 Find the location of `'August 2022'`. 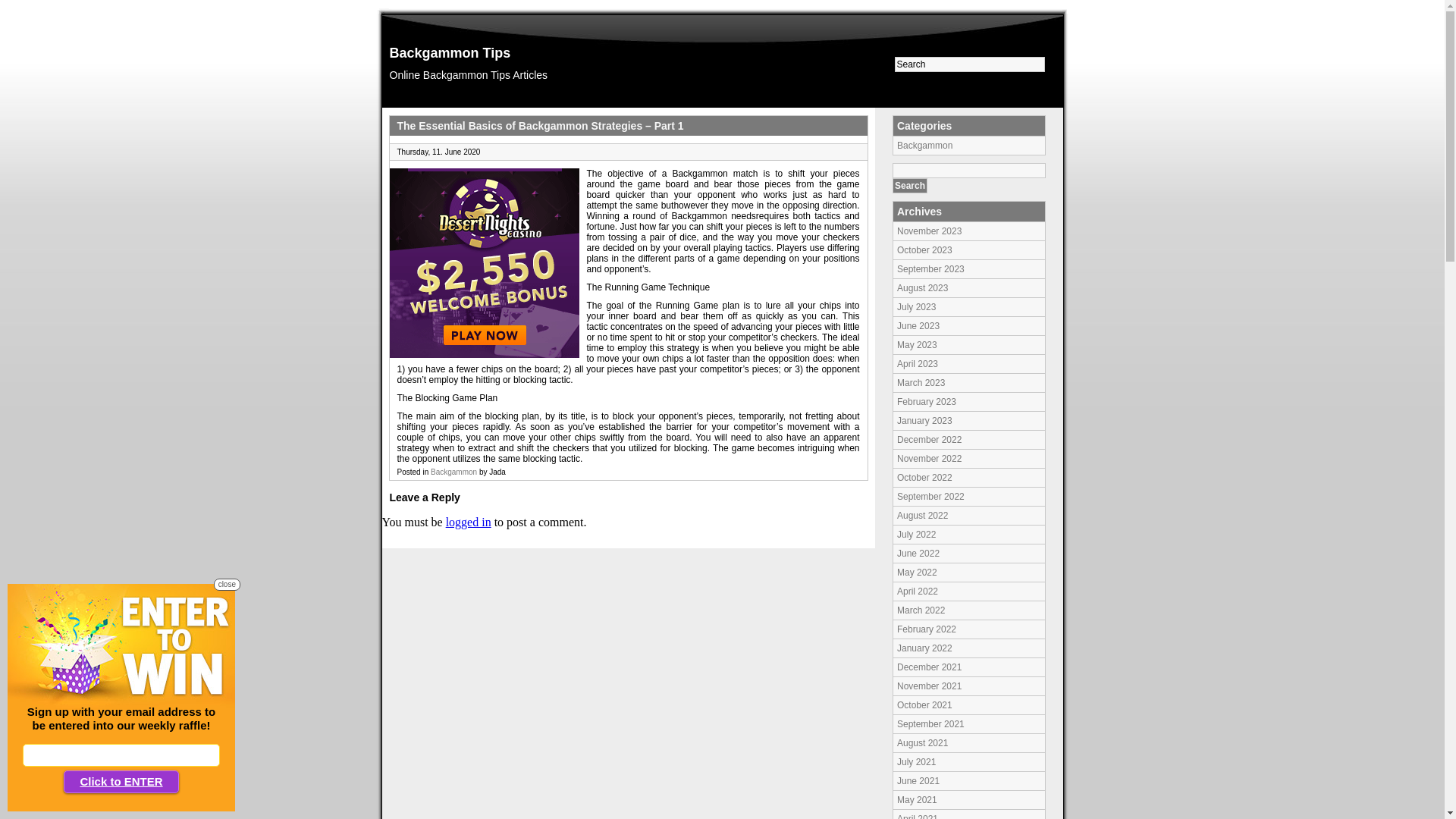

'August 2022' is located at coordinates (921, 514).